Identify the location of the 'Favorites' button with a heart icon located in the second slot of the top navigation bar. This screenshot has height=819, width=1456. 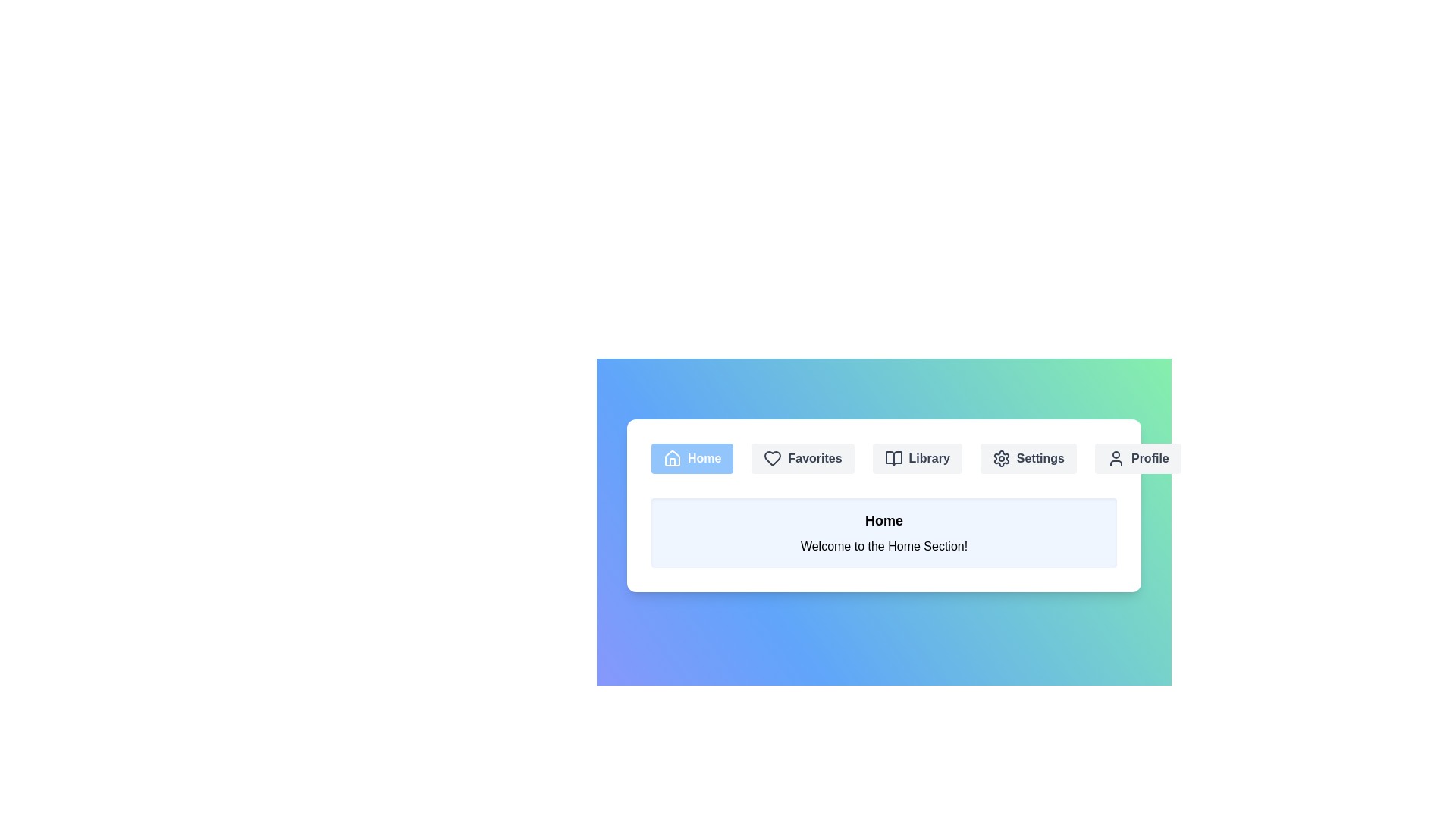
(802, 458).